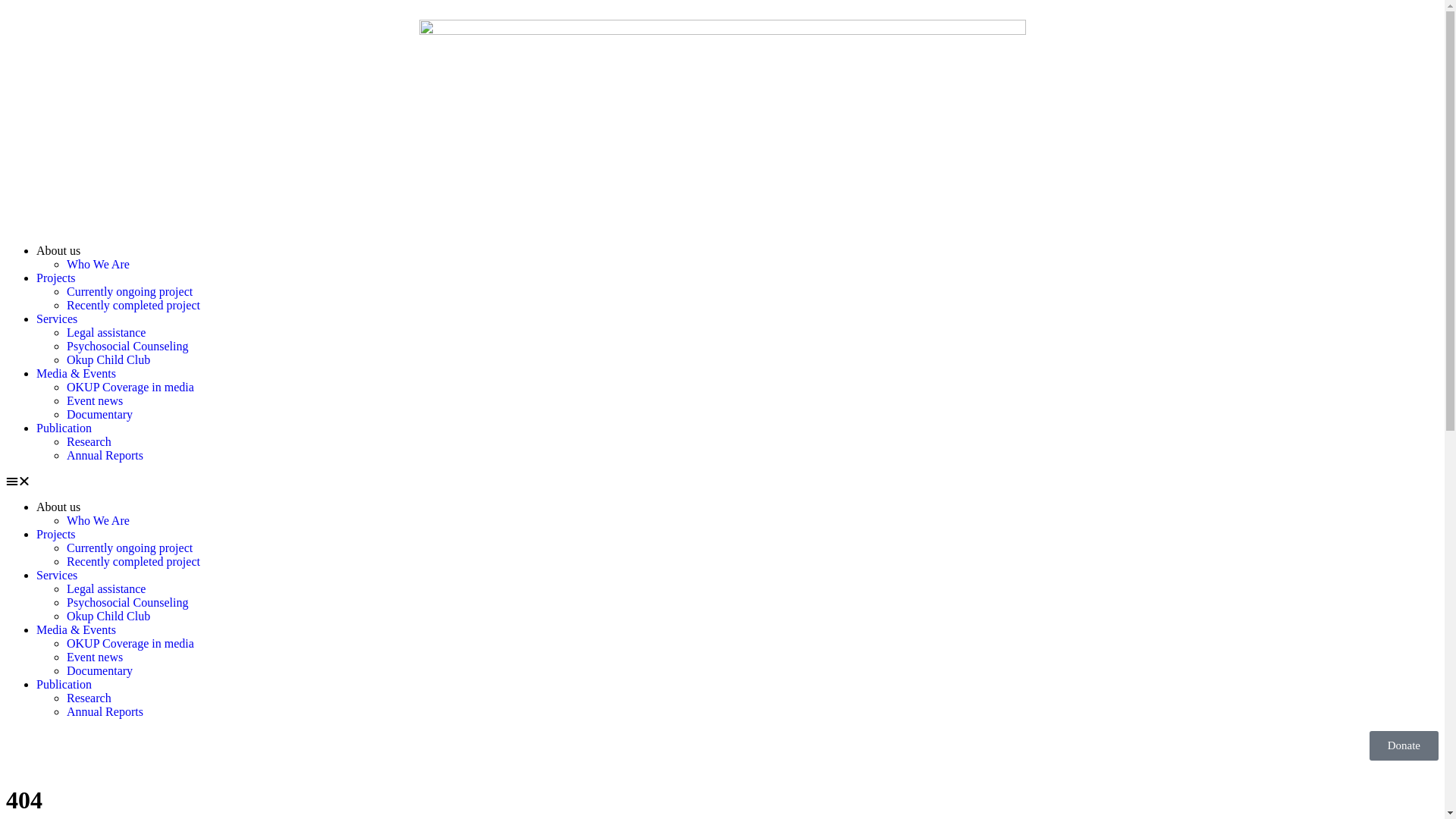 Image resolution: width=1456 pixels, height=819 pixels. What do you see at coordinates (58, 249) in the screenshot?
I see `'About us'` at bounding box center [58, 249].